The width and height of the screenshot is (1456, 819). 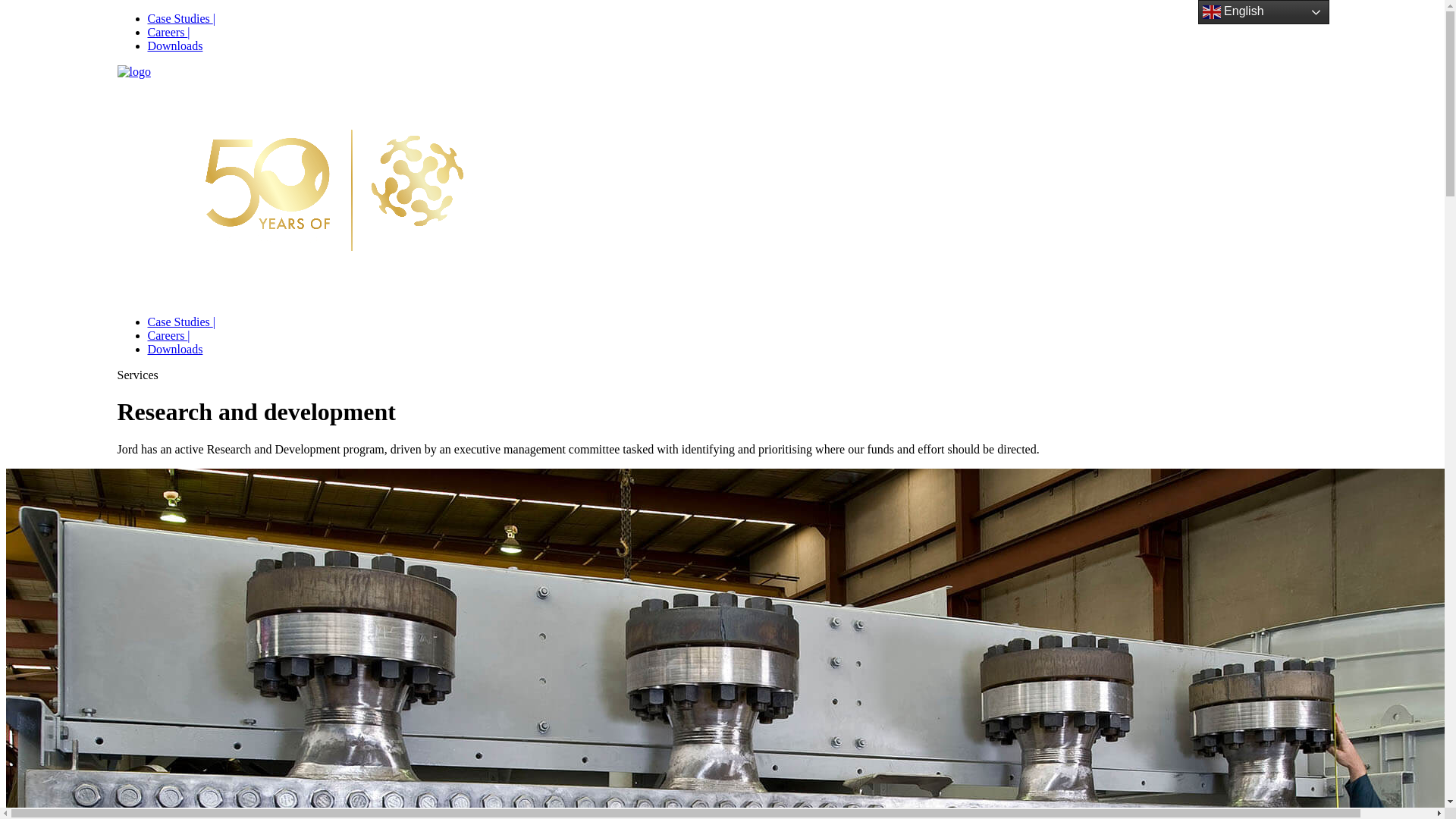 What do you see at coordinates (180, 18) in the screenshot?
I see `'Case Studies |'` at bounding box center [180, 18].